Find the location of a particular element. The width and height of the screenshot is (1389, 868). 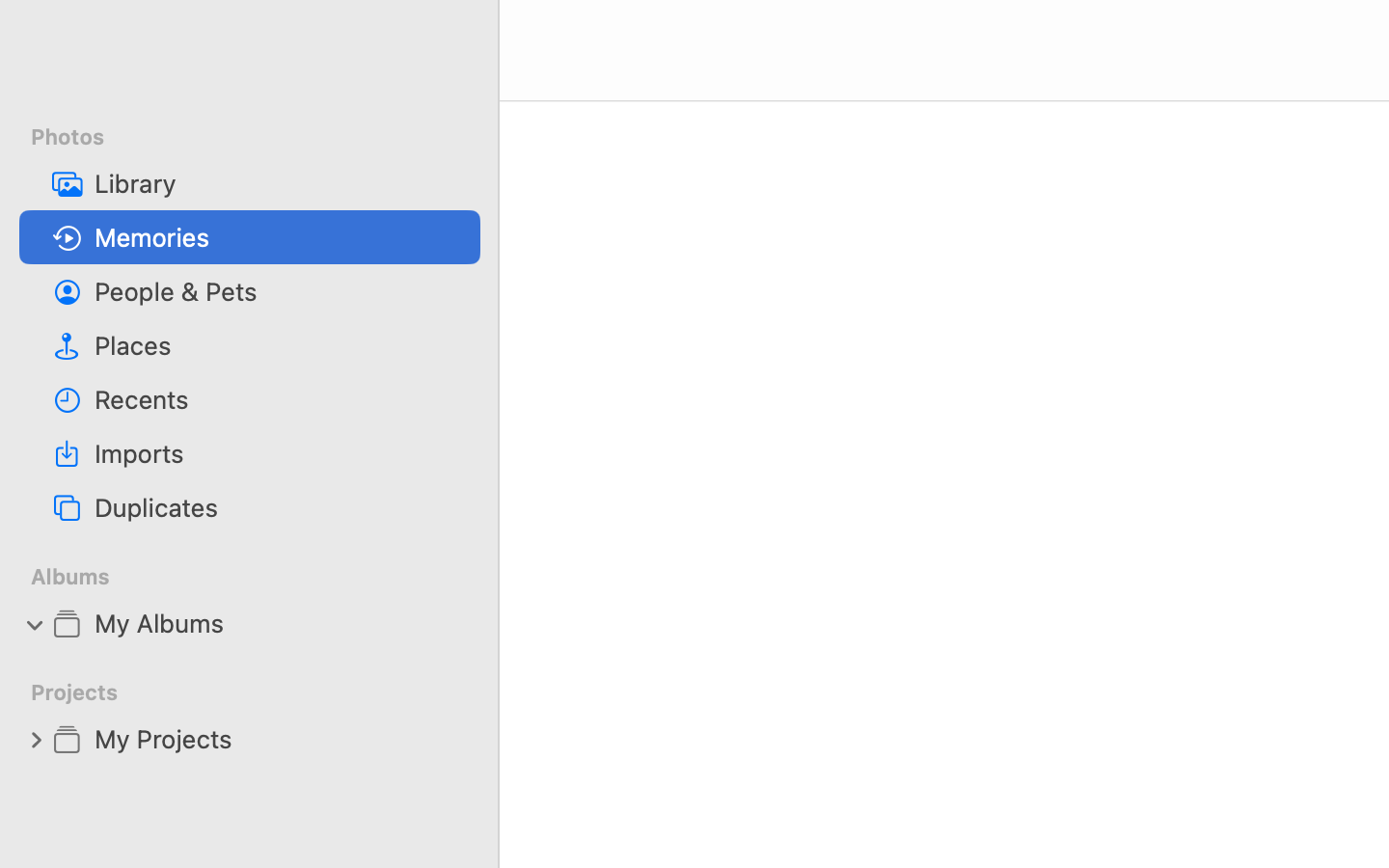

'Places' is located at coordinates (279, 345).